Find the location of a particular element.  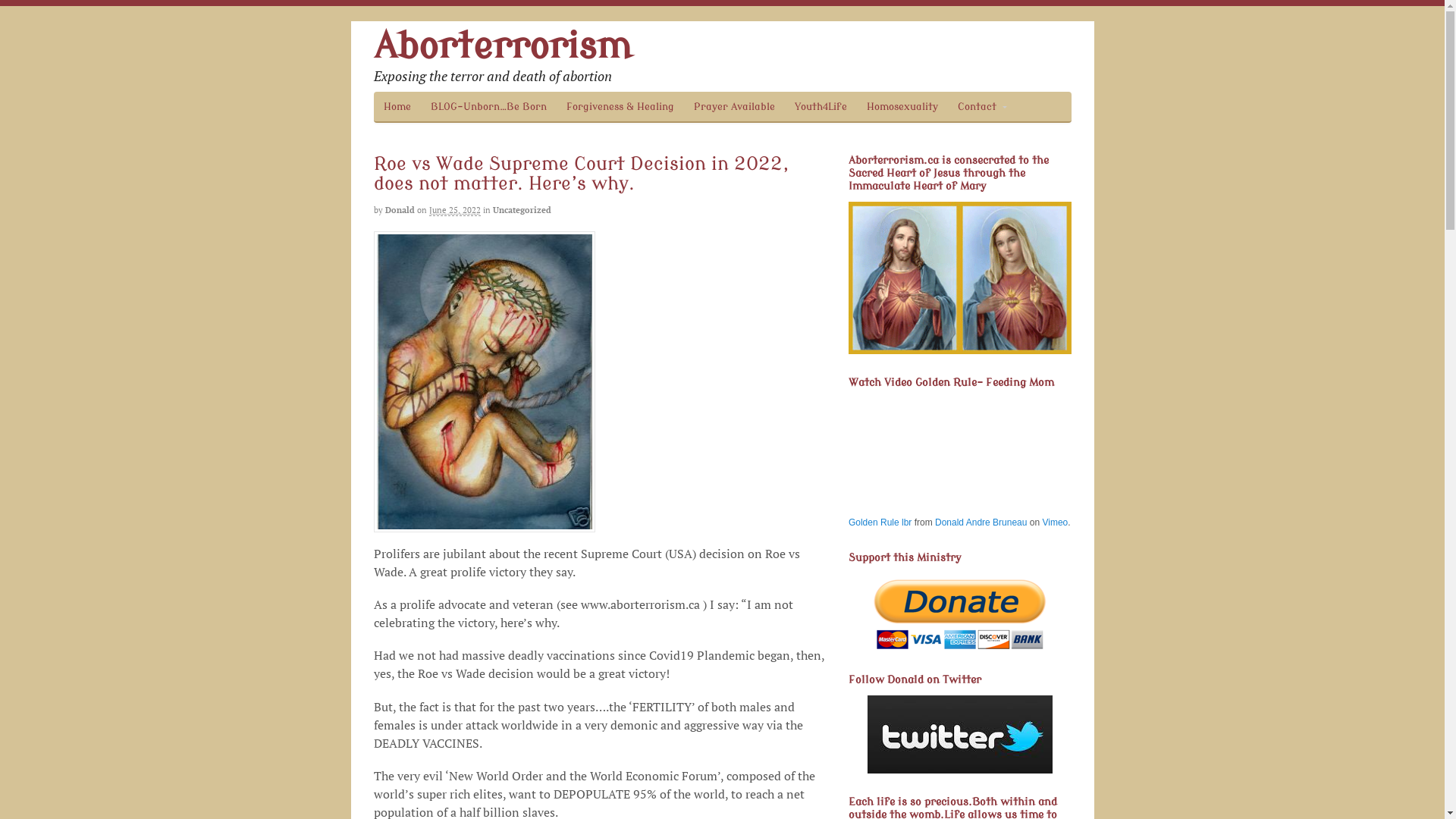

'Uncategorized' is located at coordinates (492, 210).